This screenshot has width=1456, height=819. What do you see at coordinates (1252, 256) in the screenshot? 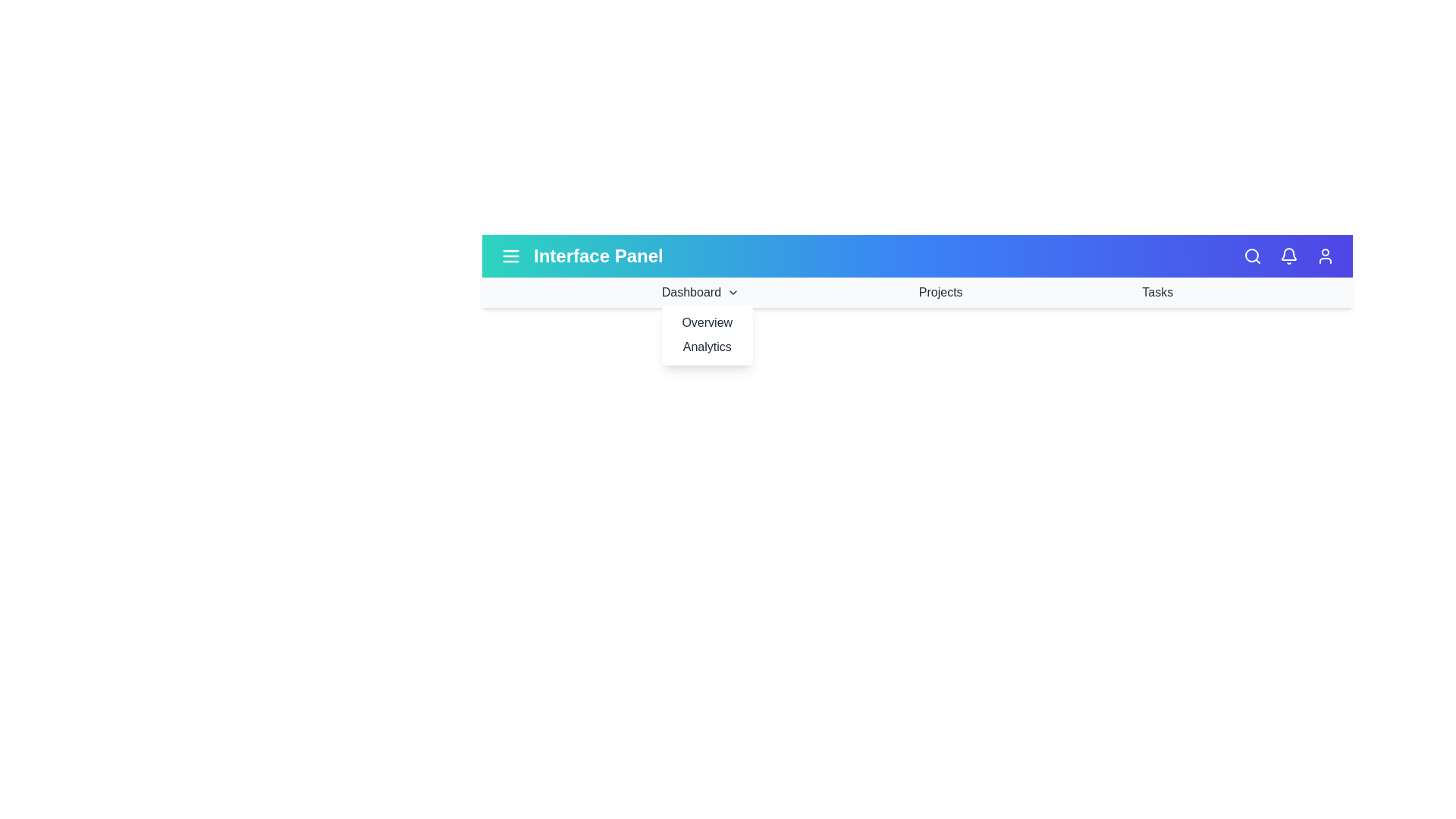
I see `the search icon in the app bar` at bounding box center [1252, 256].